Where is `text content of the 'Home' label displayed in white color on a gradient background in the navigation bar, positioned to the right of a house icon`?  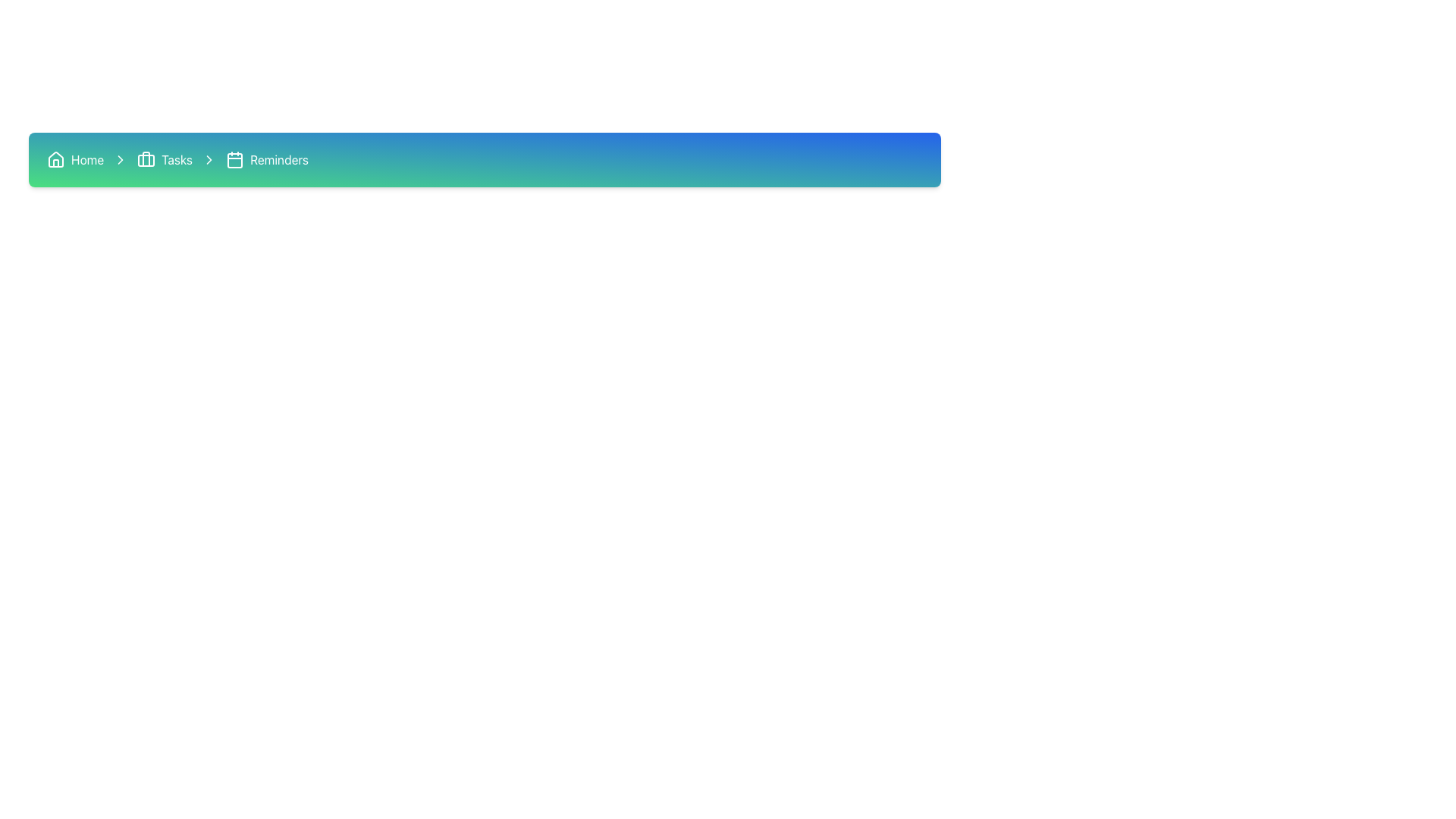
text content of the 'Home' label displayed in white color on a gradient background in the navigation bar, positioned to the right of a house icon is located at coordinates (86, 160).